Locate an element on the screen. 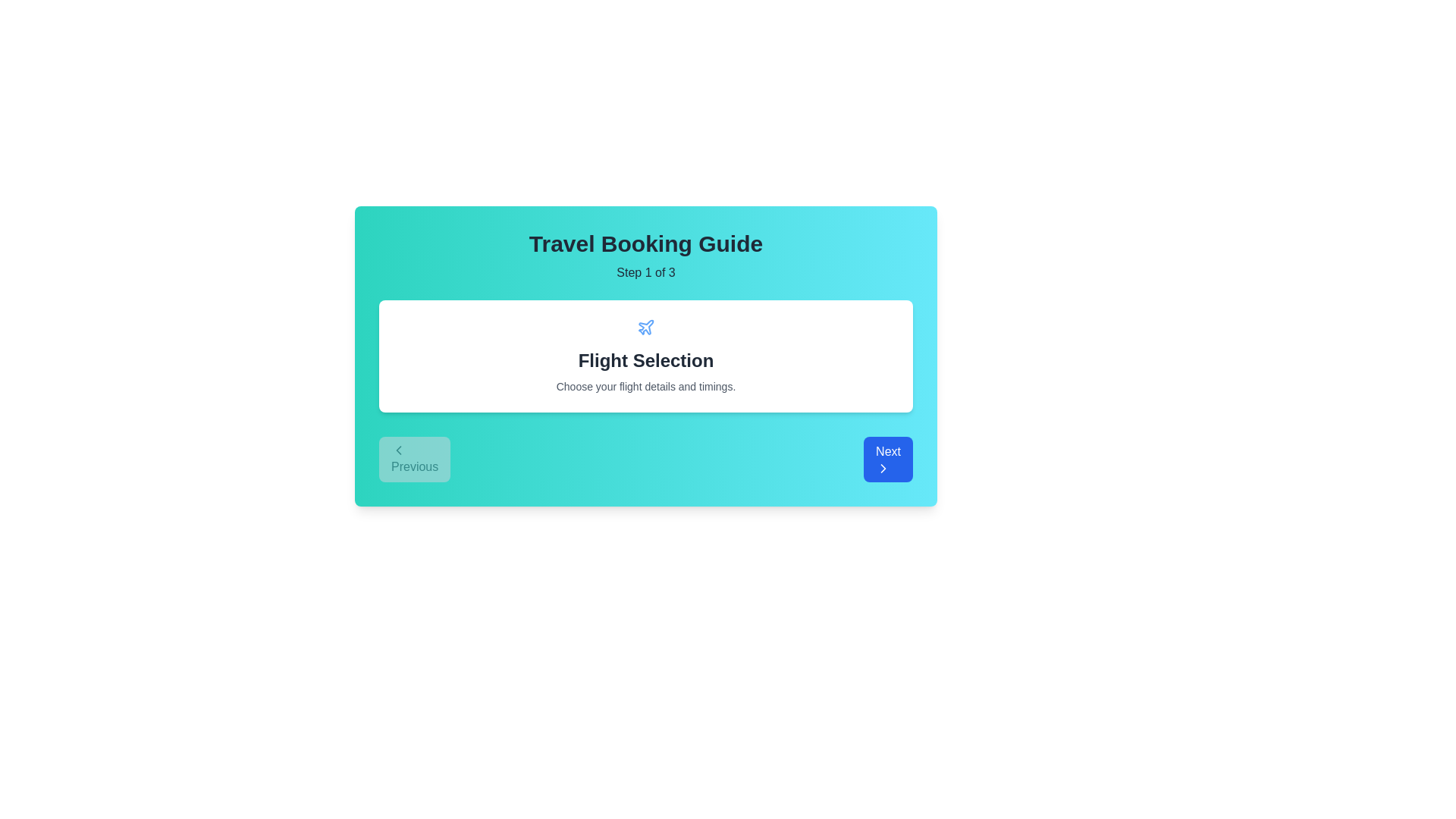 The width and height of the screenshot is (1456, 819). the 'Travel Booking Guide' informational text header, which features a large and bold font followed by a smaller text 'Step 1 of 3' is located at coordinates (645, 256).